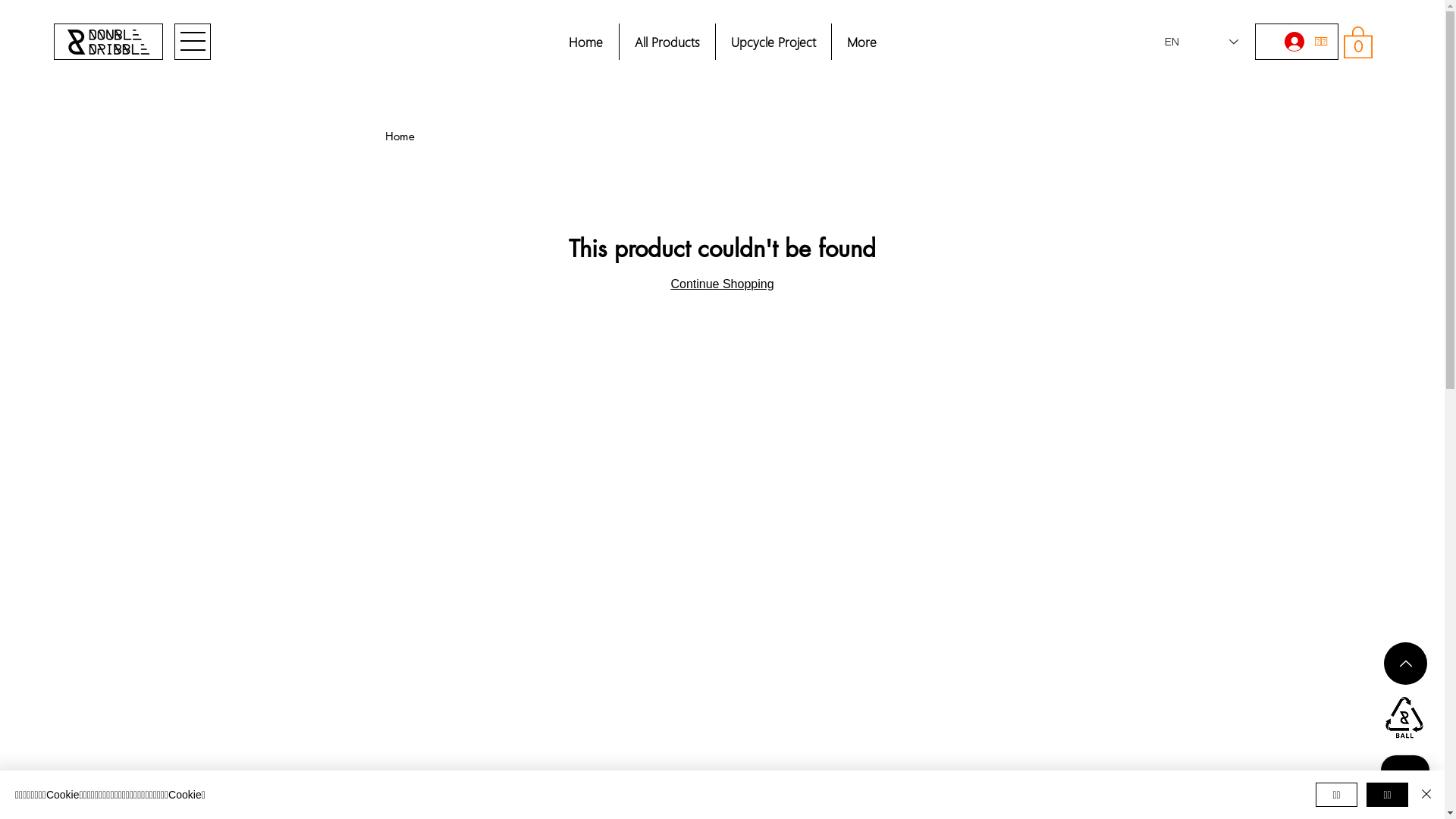  Describe the element at coordinates (385, 135) in the screenshot. I see `'Home'` at that location.